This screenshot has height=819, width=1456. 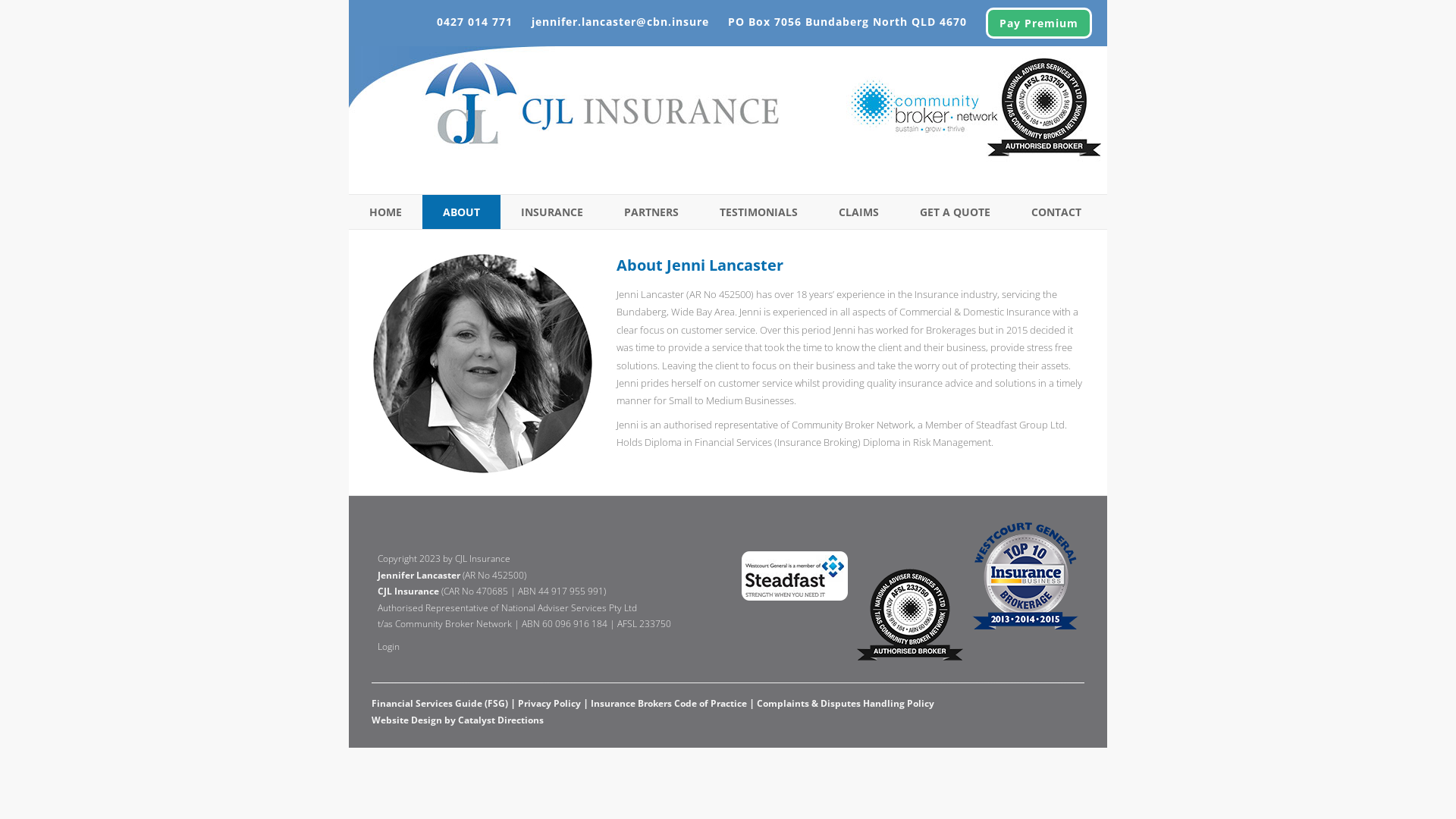 I want to click on 'GET A QUOTE', so click(x=954, y=212).